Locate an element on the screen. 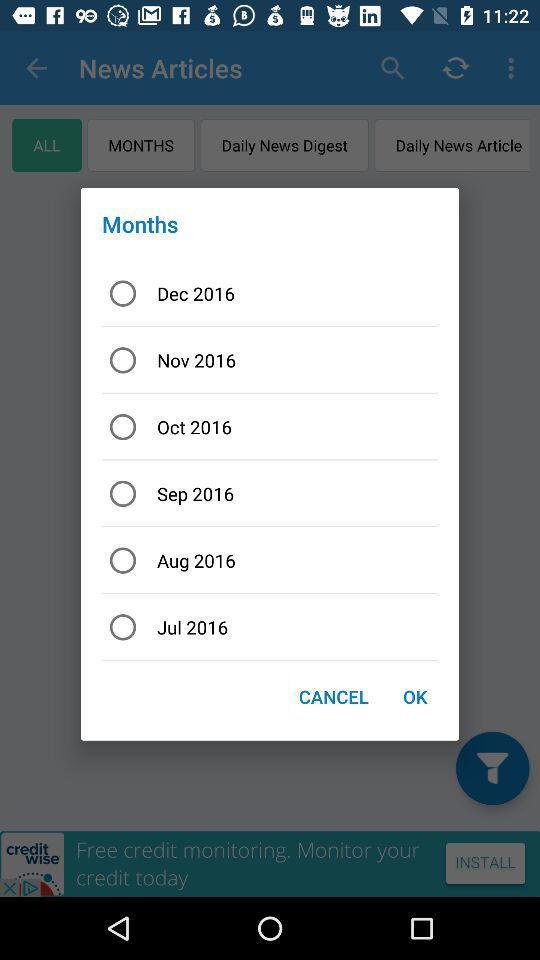 This screenshot has width=540, height=960. cancel item is located at coordinates (333, 696).